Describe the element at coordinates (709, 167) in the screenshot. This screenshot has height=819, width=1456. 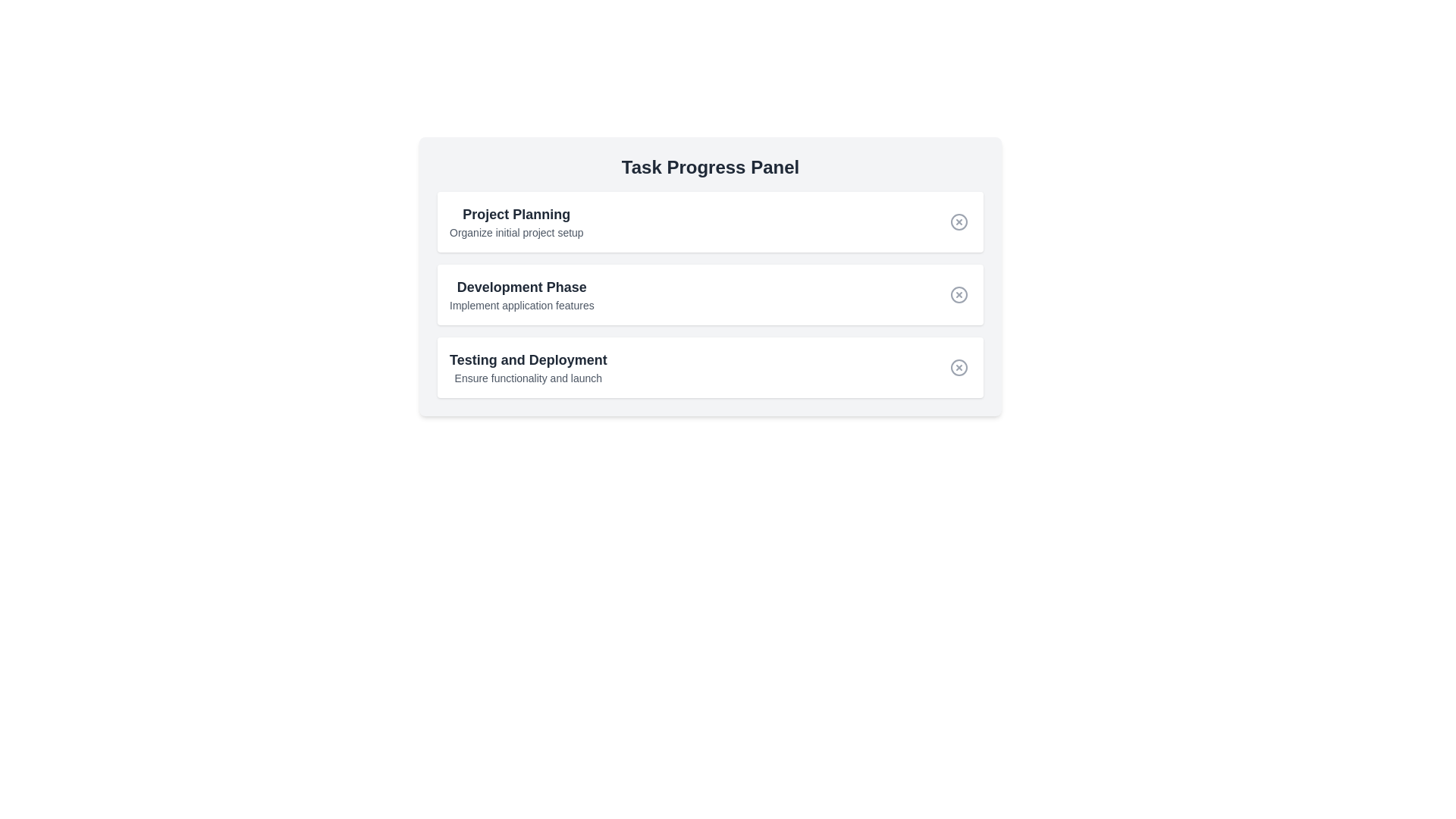
I see `the heading text element that serves as the title for the panel, indicating the purpose or content of the section` at that location.